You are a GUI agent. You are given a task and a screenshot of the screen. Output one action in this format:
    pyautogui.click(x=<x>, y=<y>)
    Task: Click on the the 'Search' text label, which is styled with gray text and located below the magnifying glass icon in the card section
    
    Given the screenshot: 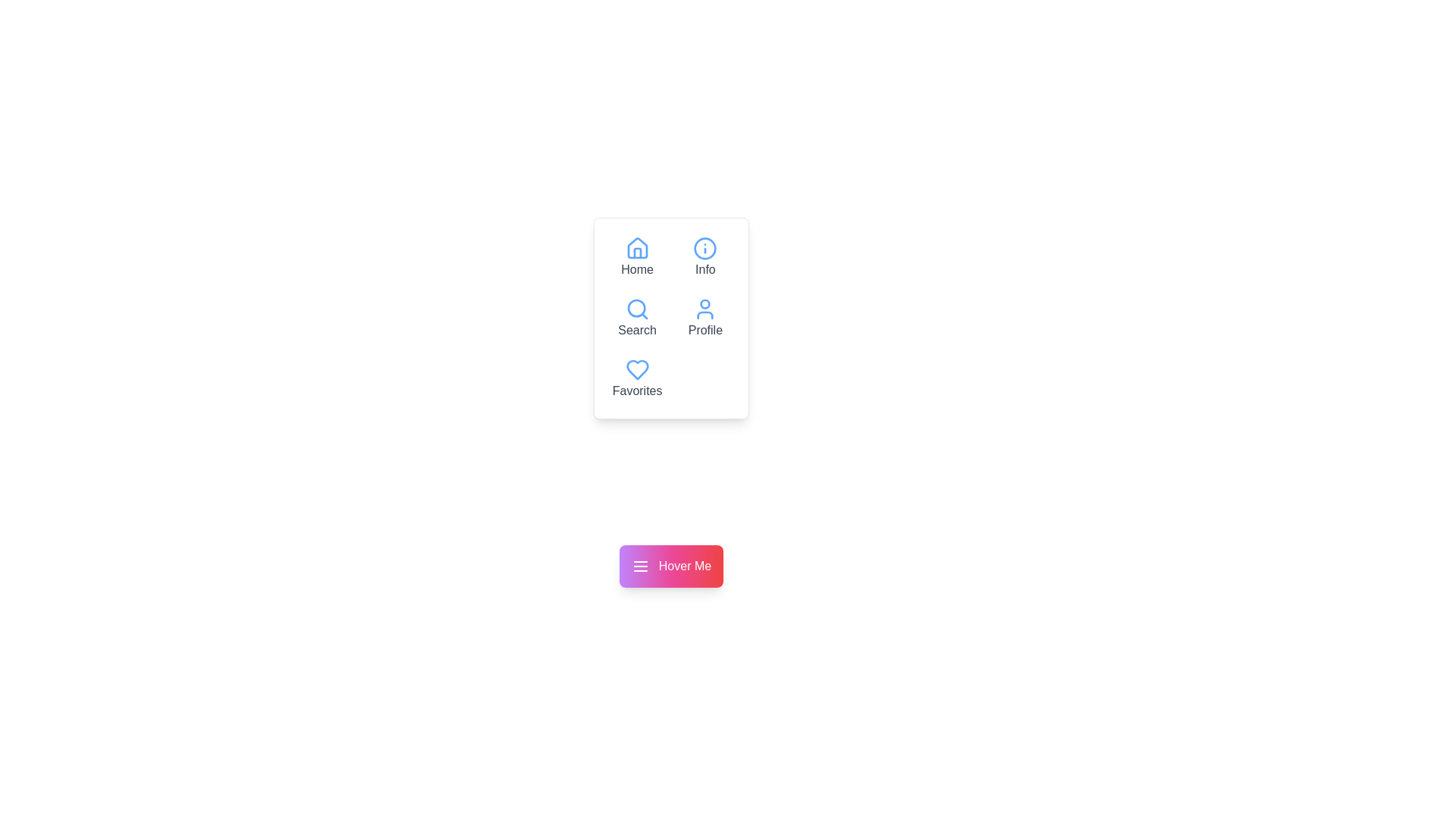 What is the action you would take?
    pyautogui.click(x=637, y=329)
    